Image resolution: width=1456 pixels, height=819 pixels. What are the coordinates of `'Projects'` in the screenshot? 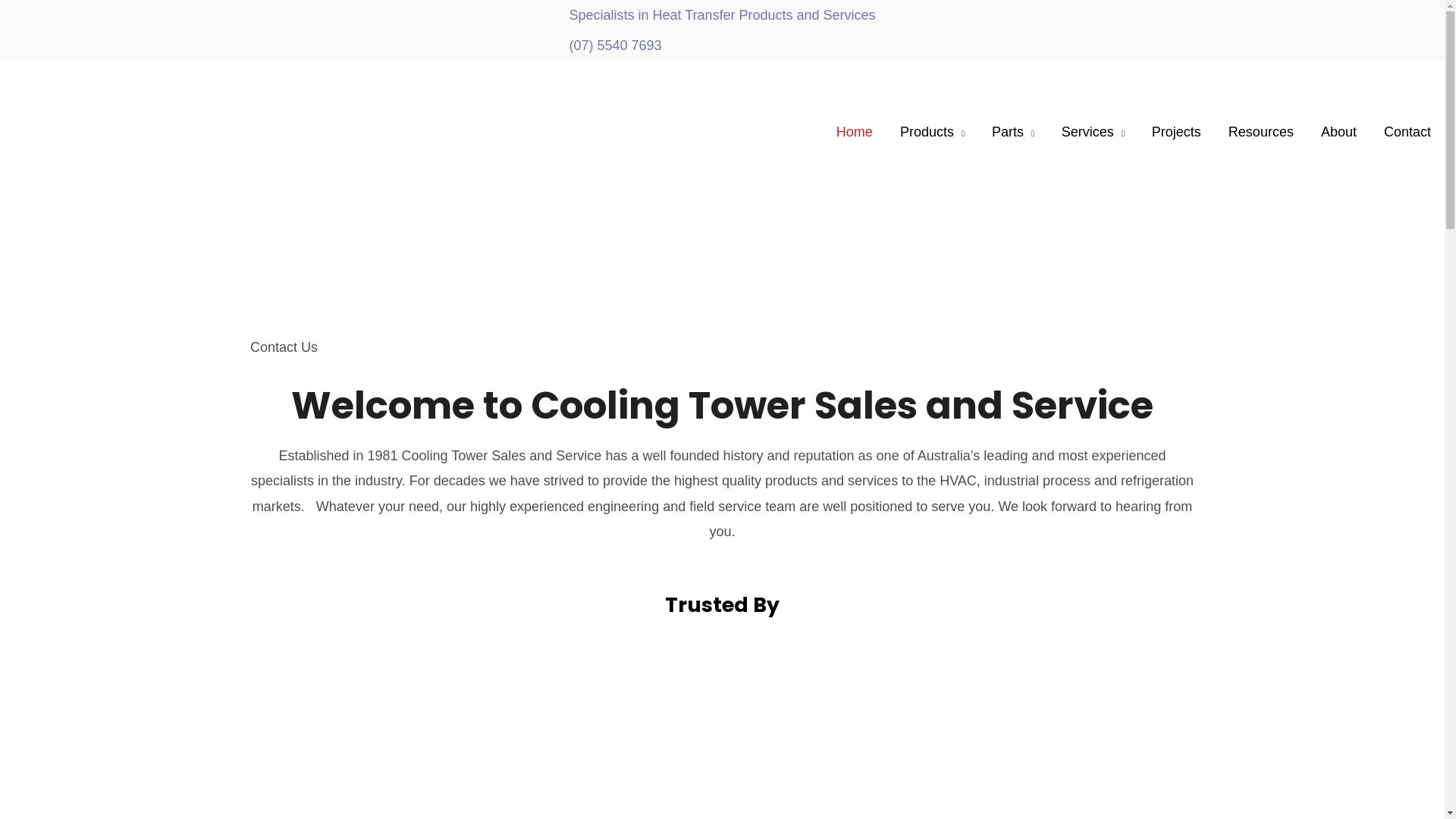 It's located at (1175, 130).